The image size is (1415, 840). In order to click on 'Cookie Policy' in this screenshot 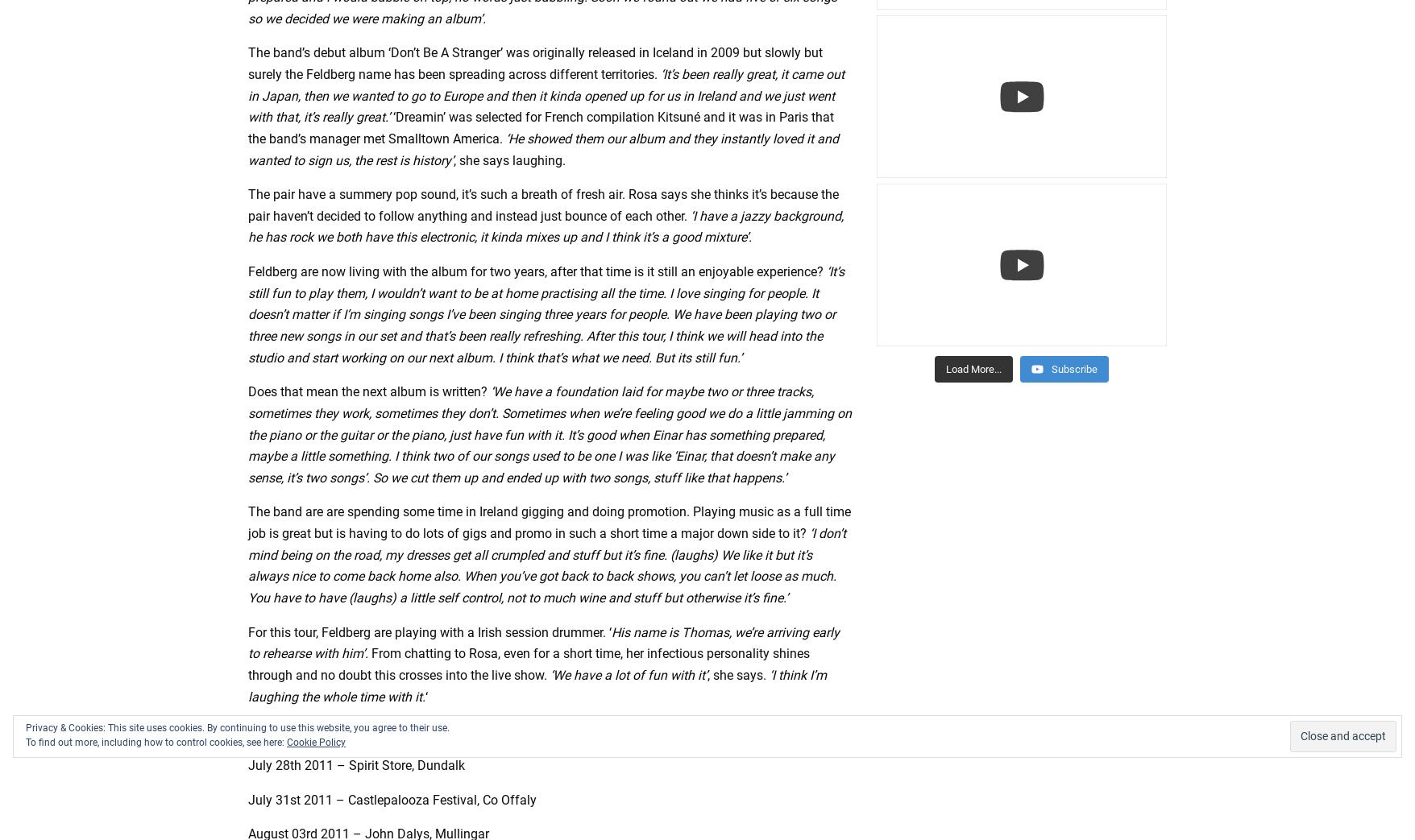, I will do `click(315, 742)`.